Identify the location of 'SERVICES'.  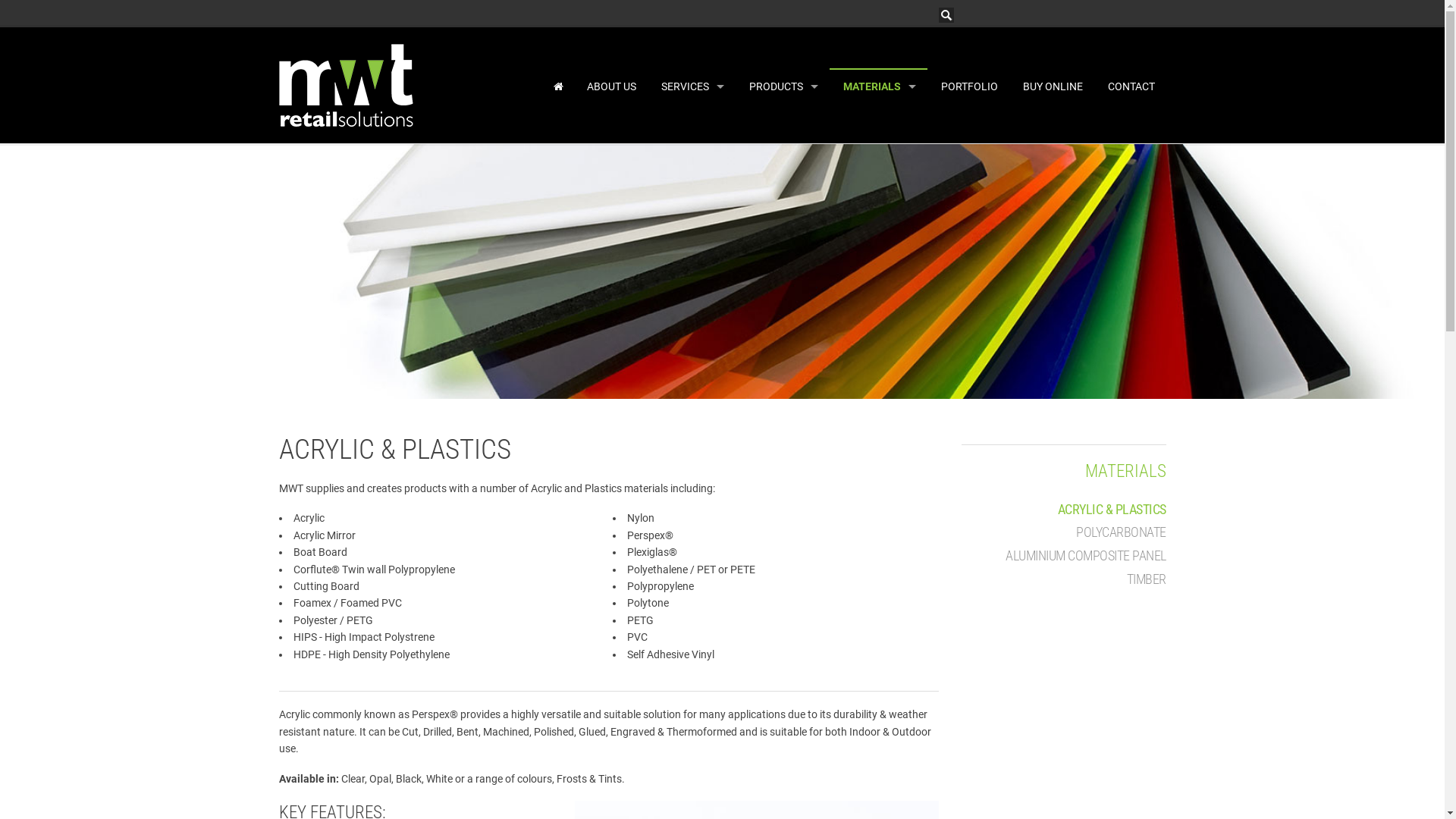
(691, 86).